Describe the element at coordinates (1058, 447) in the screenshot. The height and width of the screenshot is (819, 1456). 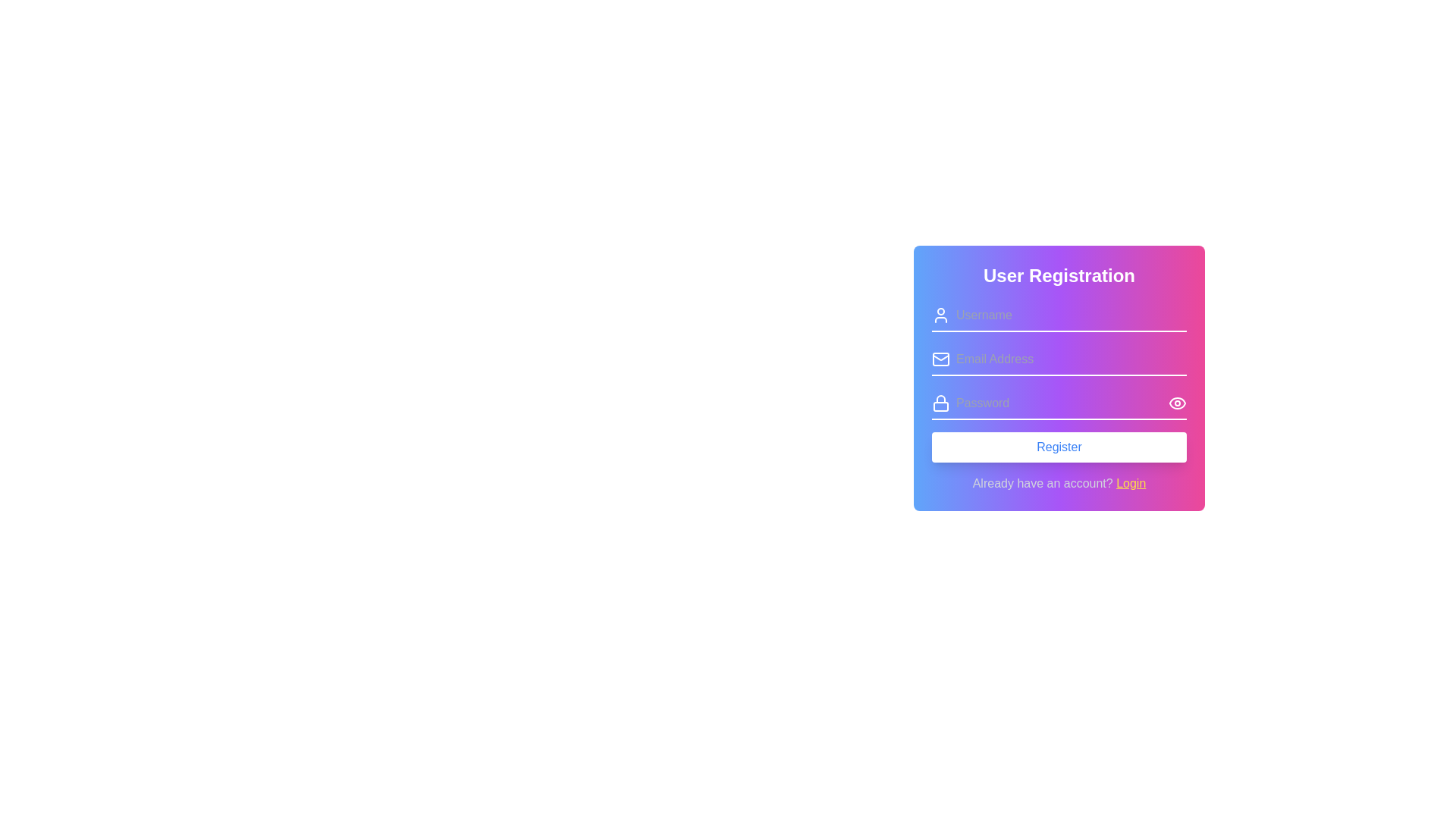
I see `the submit registration button located at the bottom of the form to observe hover effects` at that location.